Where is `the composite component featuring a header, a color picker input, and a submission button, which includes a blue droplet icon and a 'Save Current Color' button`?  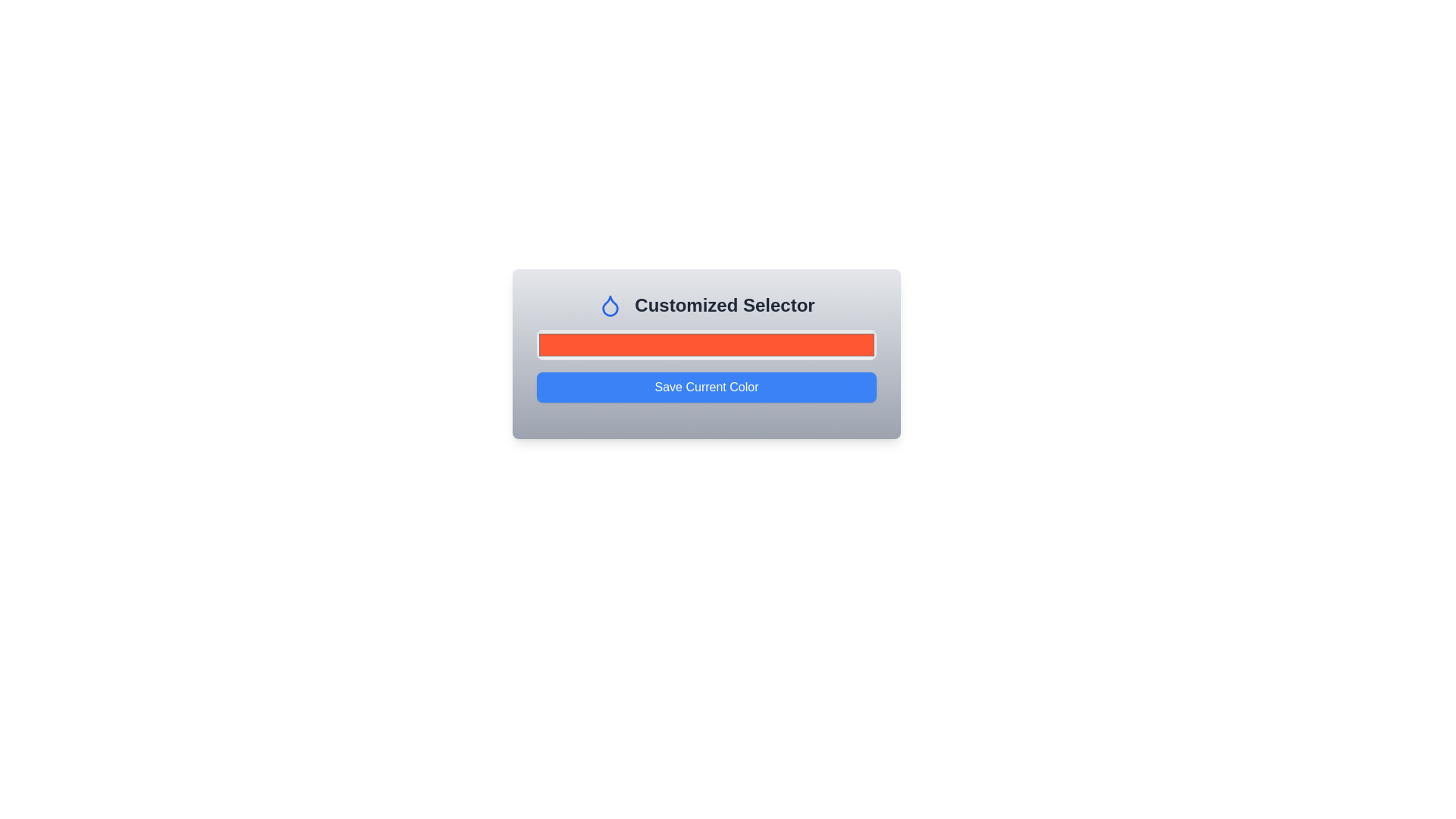
the composite component featuring a header, a color picker input, and a submission button, which includes a blue droplet icon and a 'Save Current Color' button is located at coordinates (705, 353).